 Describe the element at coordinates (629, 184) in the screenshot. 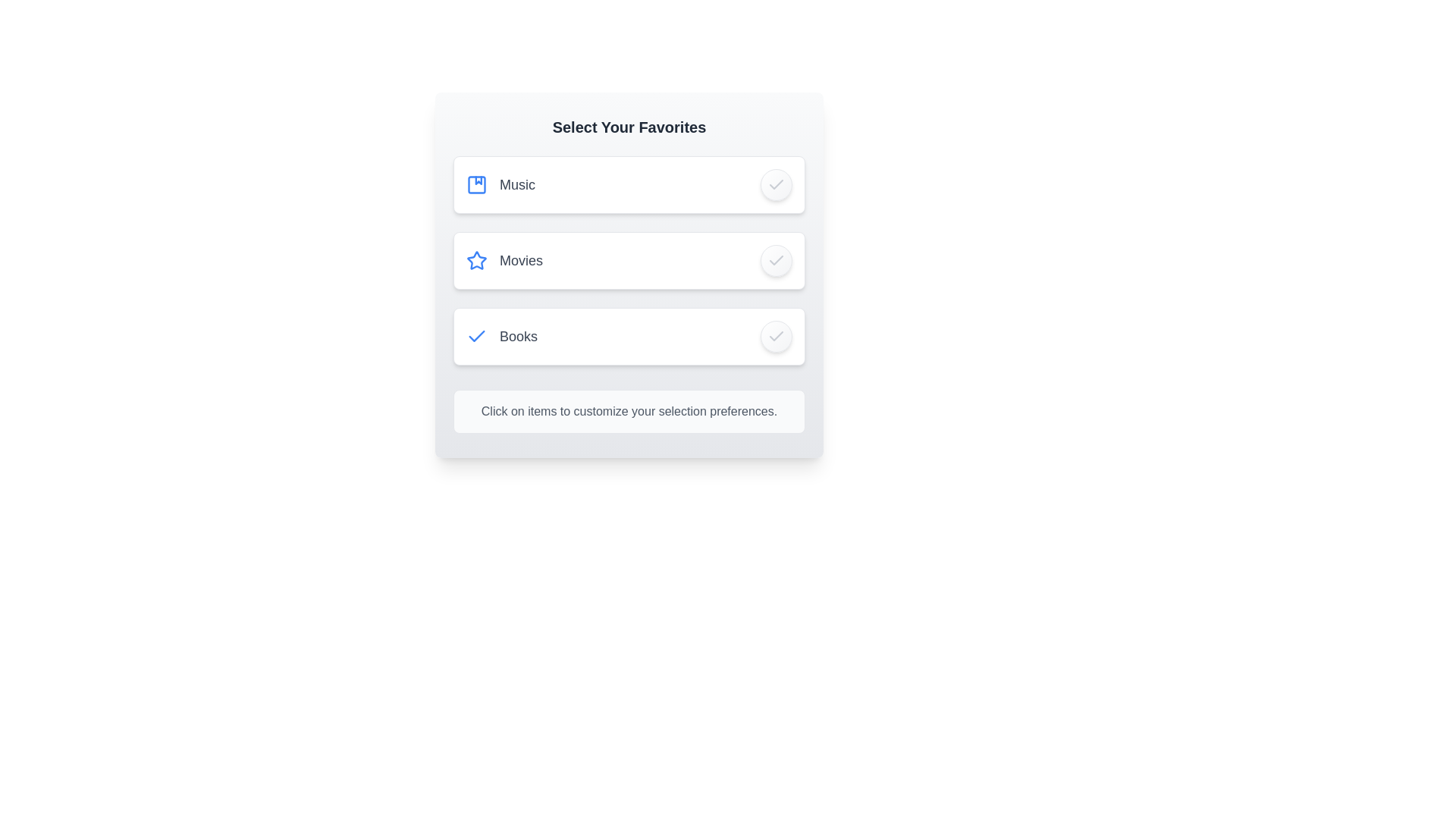

I see `the 'Music' selectable card item at the top of the preferences list` at that location.